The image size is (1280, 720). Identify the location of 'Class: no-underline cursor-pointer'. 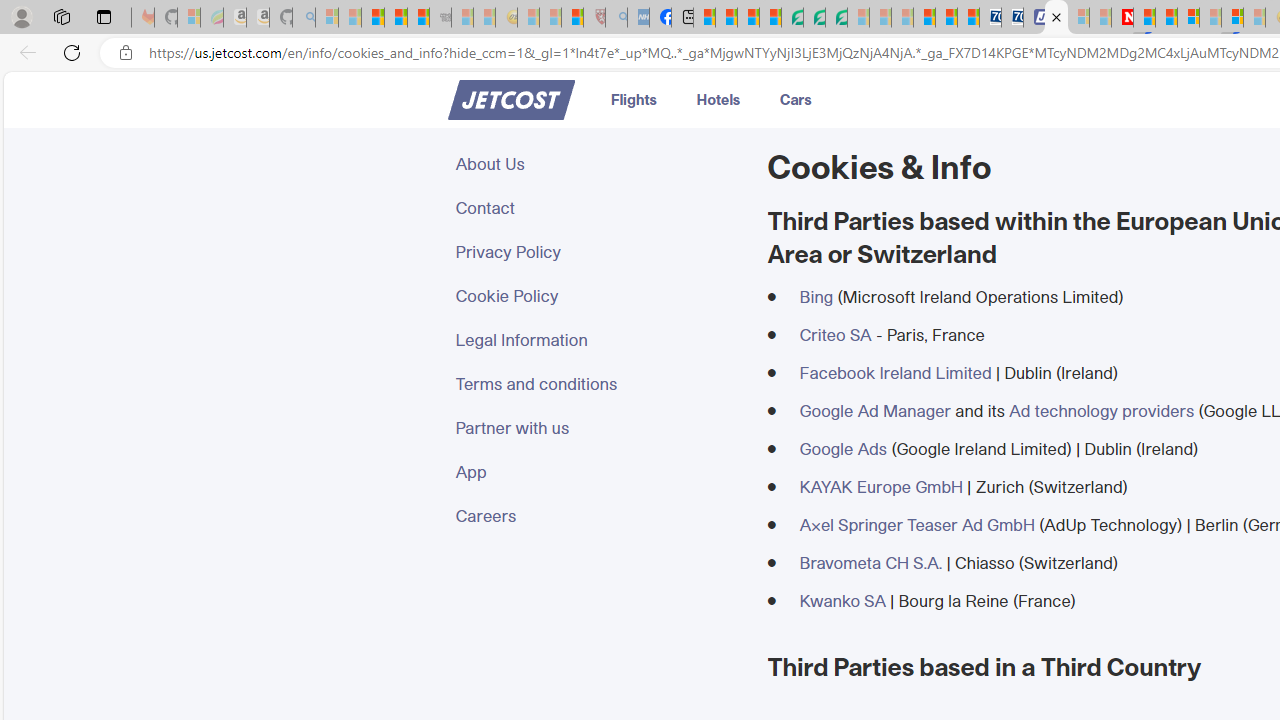
(510, 100).